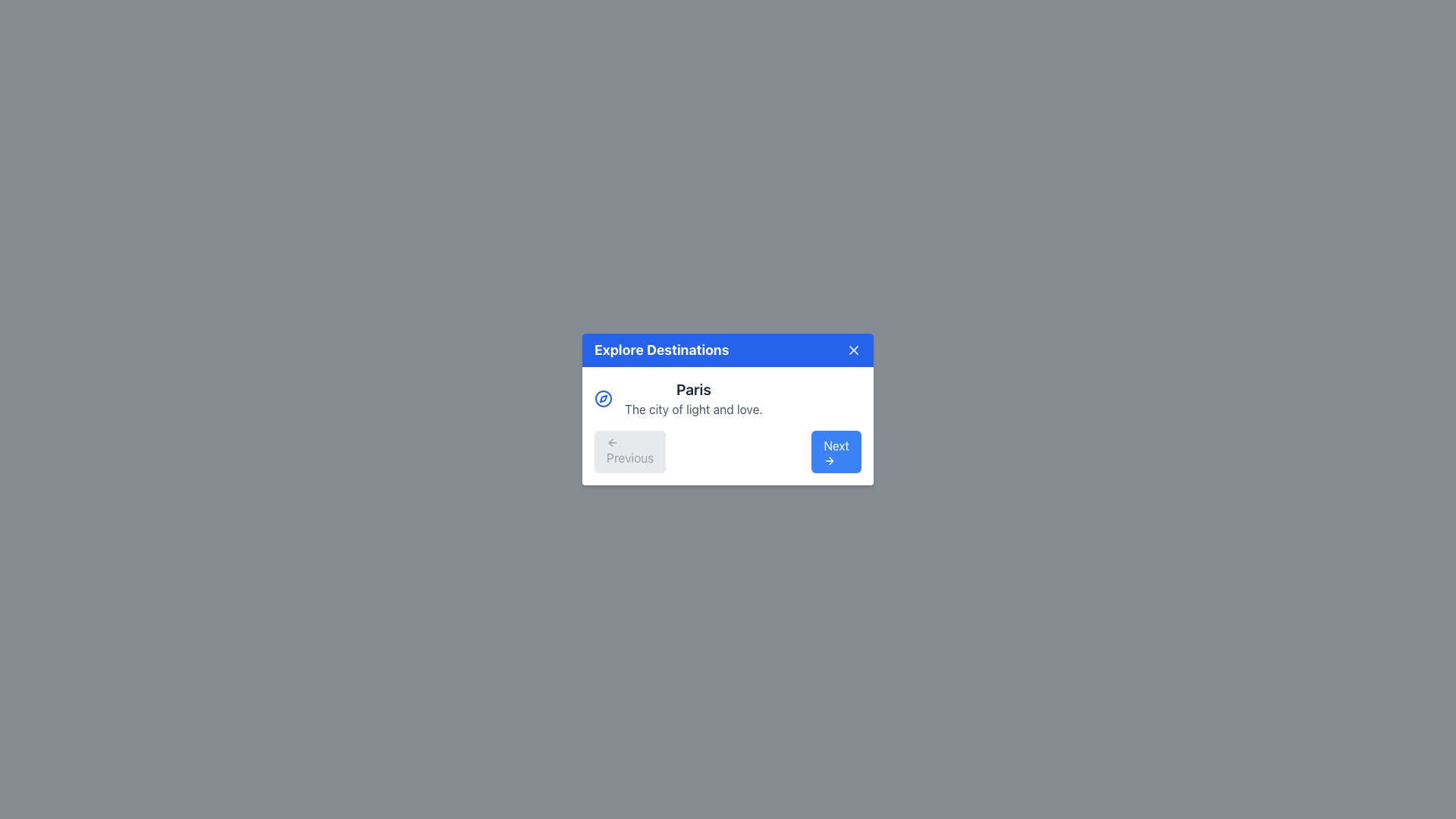  I want to click on the triangular graphical component that mimics a compass needle, which is embedded within a circular frame and centrally positioned, so click(603, 397).